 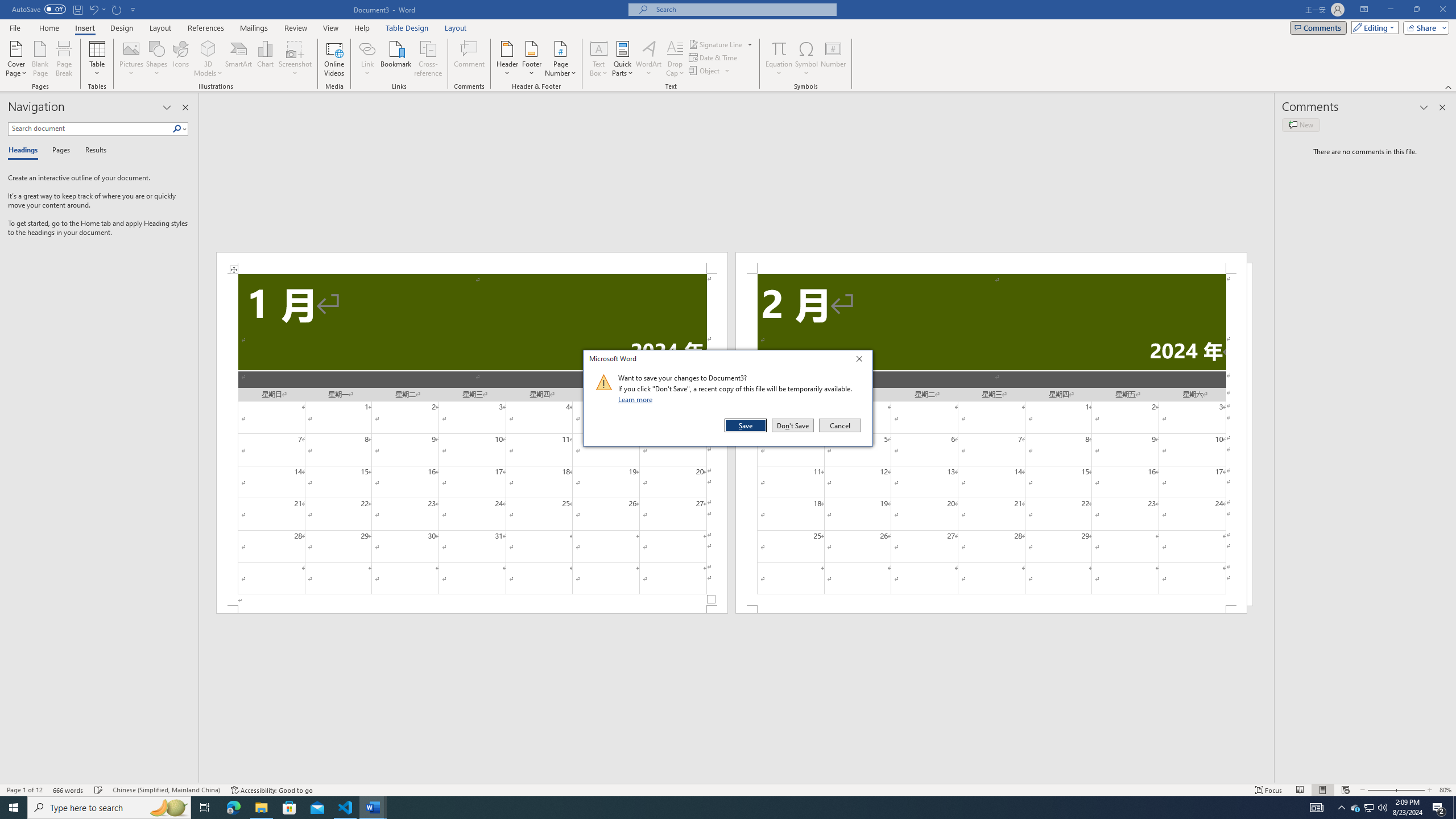 I want to click on 'Symbol', so click(x=806, y=59).